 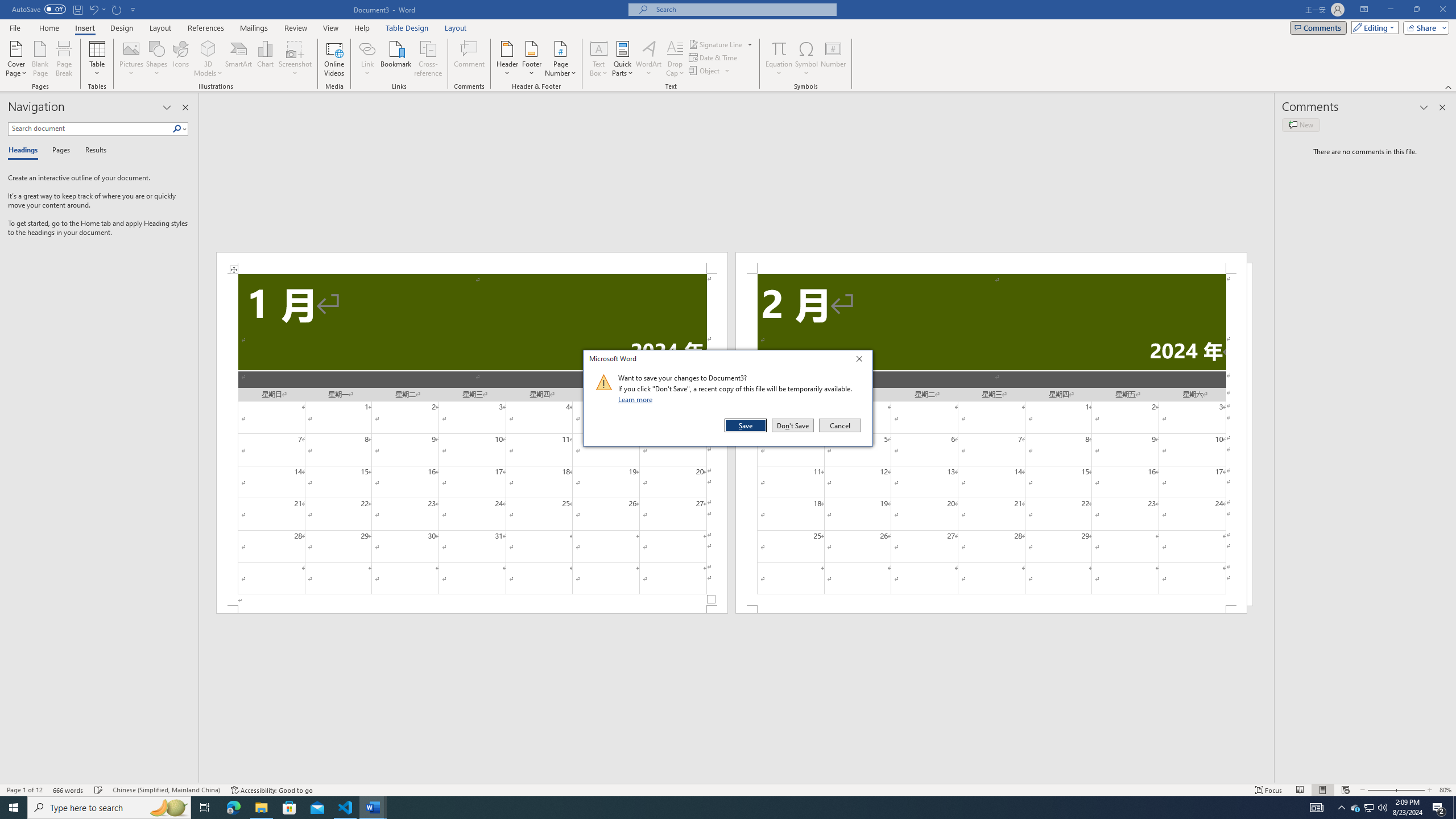 I want to click on 'Symbol', so click(x=806, y=59).